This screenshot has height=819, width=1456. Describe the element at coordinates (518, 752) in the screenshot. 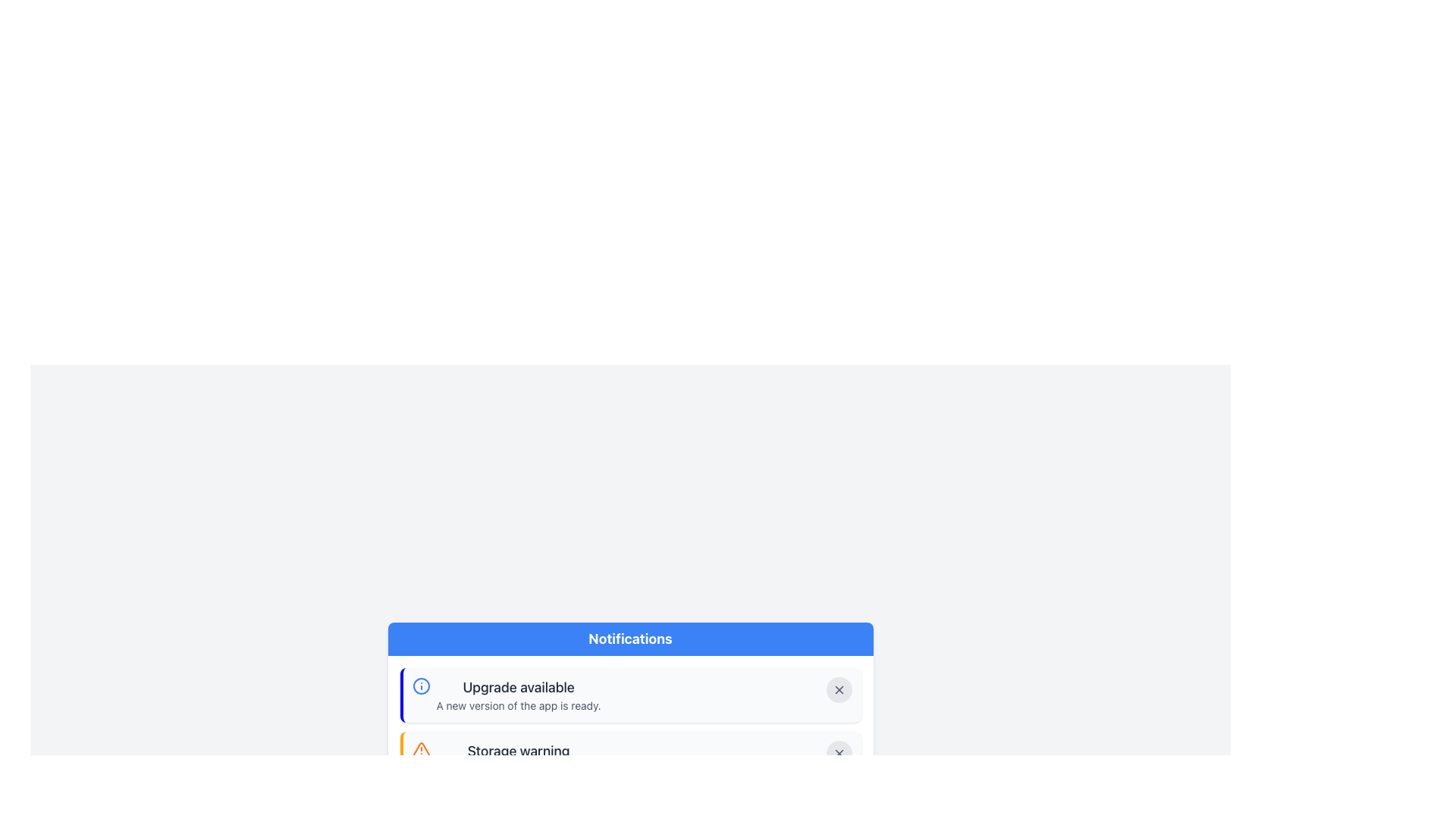

I see `the text label displaying 'Storage warning'` at that location.